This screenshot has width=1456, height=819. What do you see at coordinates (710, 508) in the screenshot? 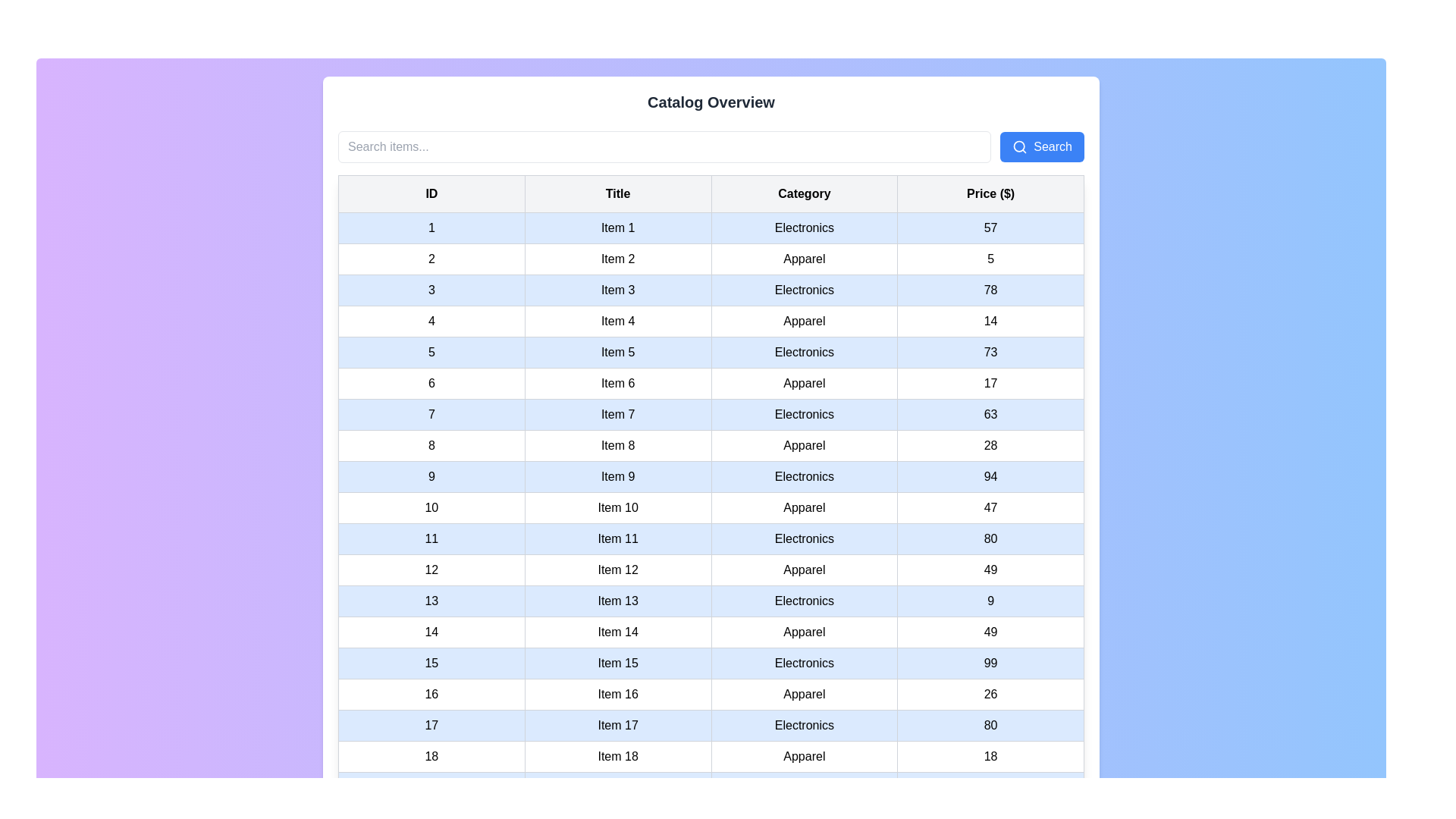
I see `the tenth row in the tabular structure displaying item entry details, which includes ID '10', Title 'Item 10', Category 'Apparel', and Price '47'` at bounding box center [710, 508].